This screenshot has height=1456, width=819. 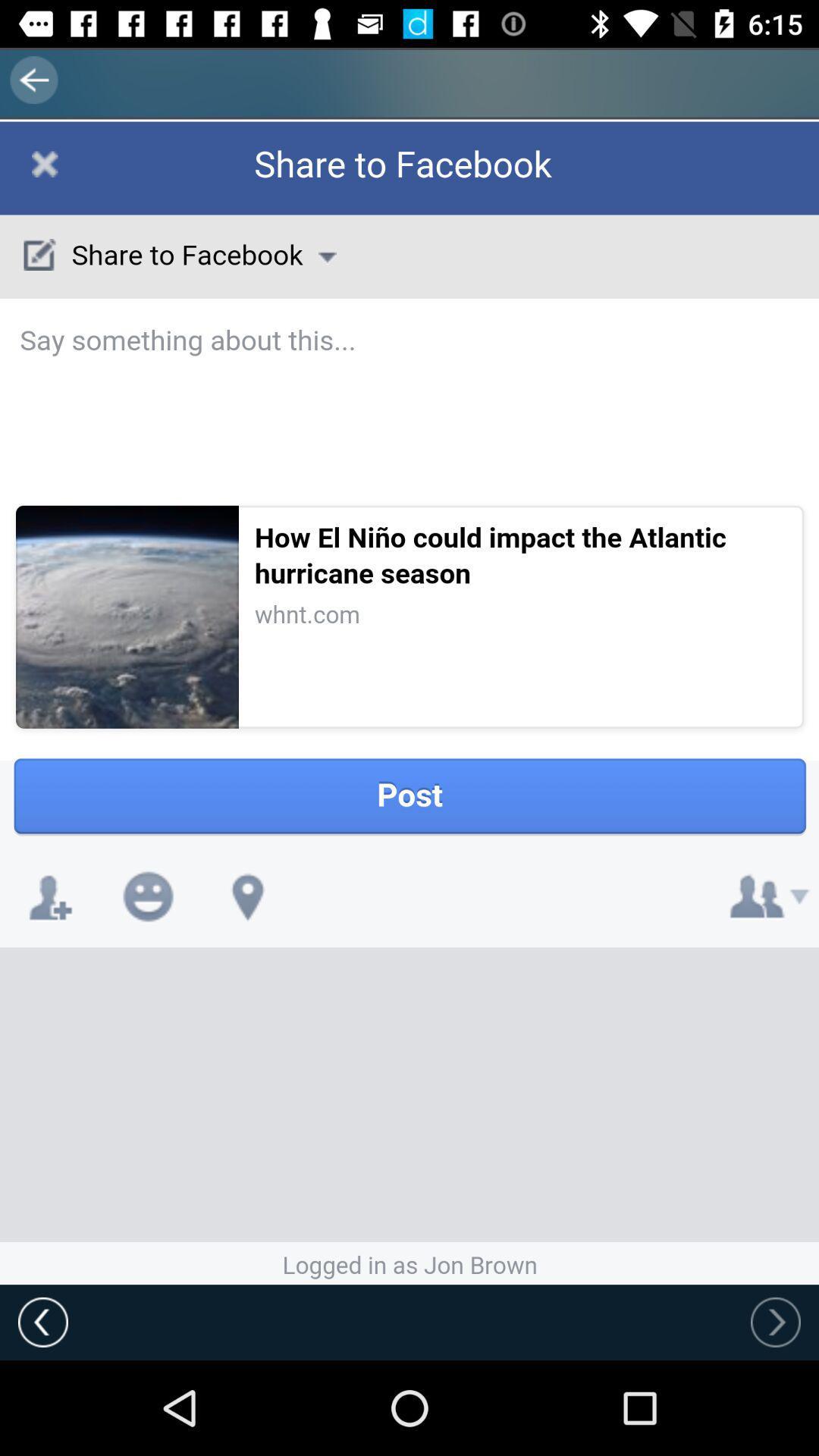 I want to click on previous, so click(x=775, y=1321).